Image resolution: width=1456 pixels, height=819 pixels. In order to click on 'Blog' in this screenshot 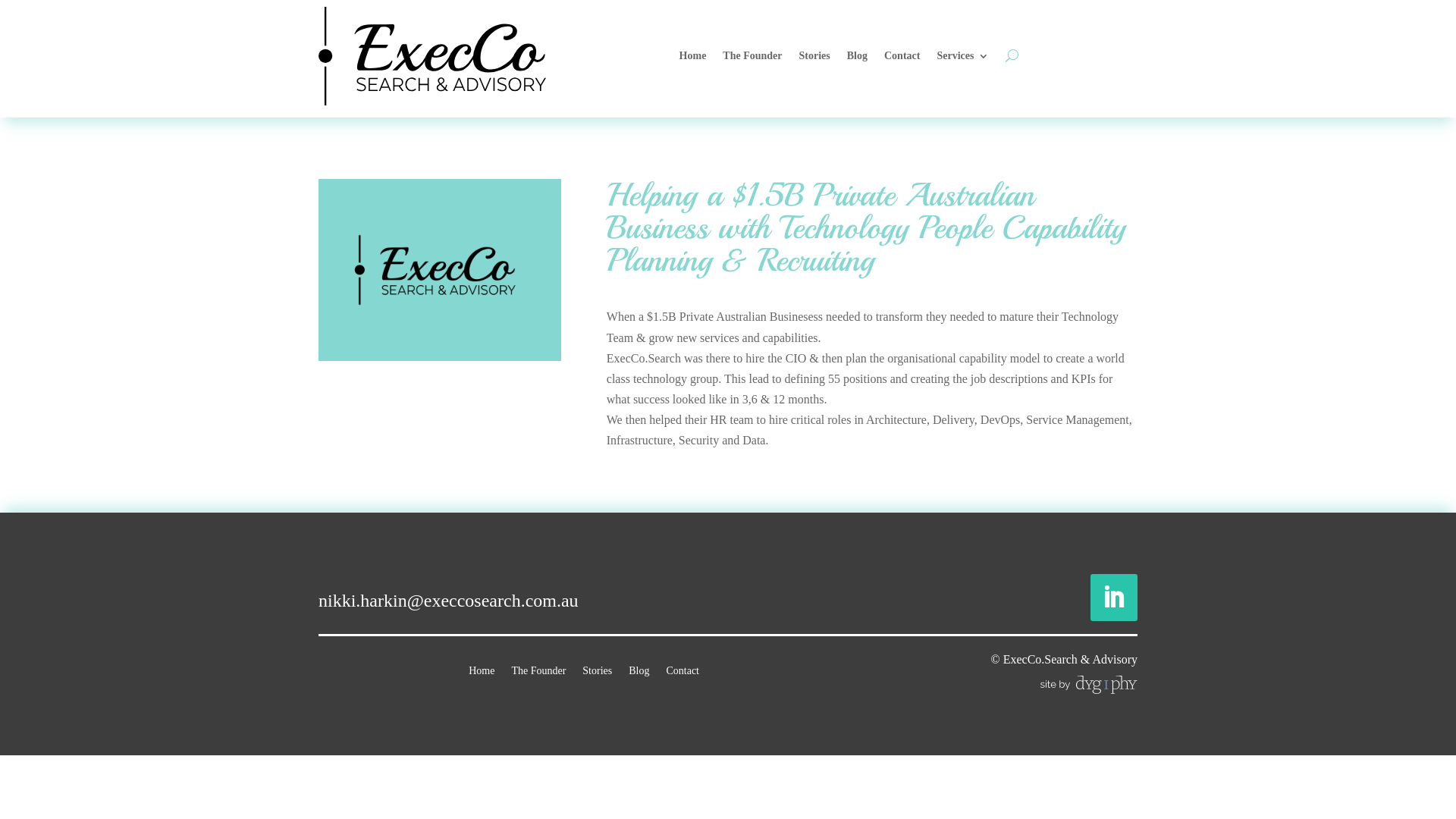, I will do `click(857, 55)`.